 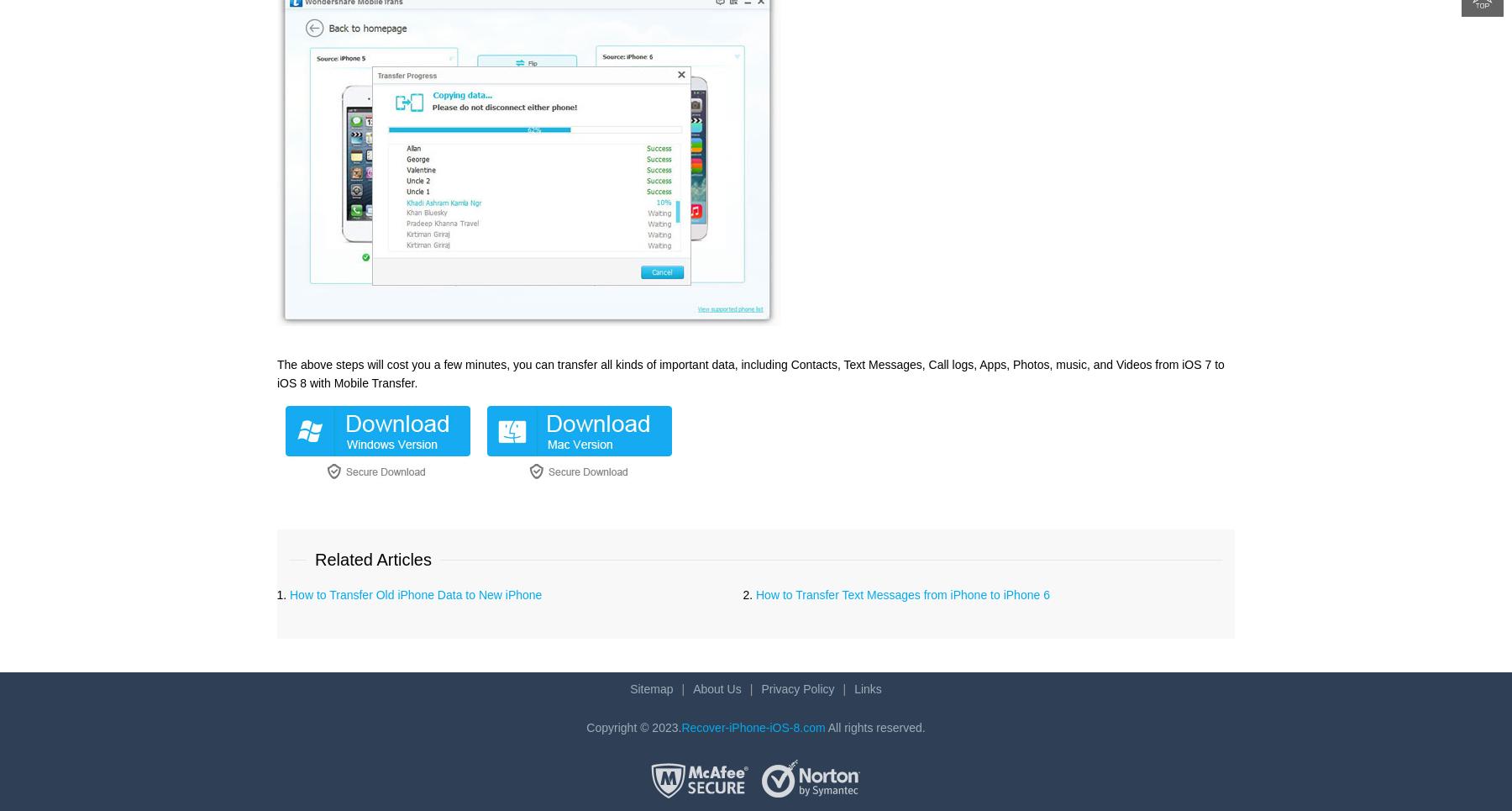 I want to click on 'Privacy Policy', so click(x=796, y=687).